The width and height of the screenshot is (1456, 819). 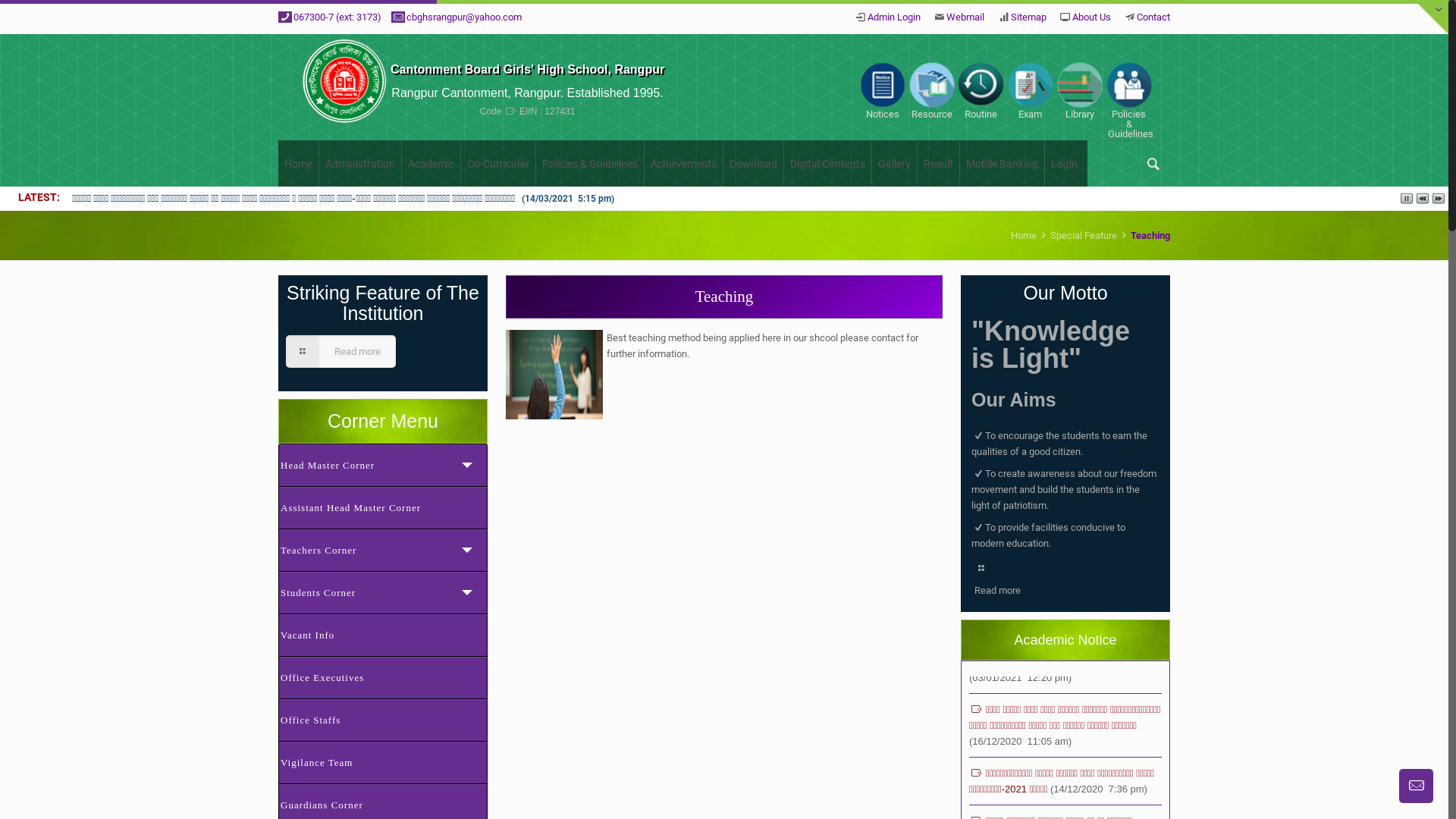 I want to click on 'Assistant Head Master Corner', so click(x=382, y=507).